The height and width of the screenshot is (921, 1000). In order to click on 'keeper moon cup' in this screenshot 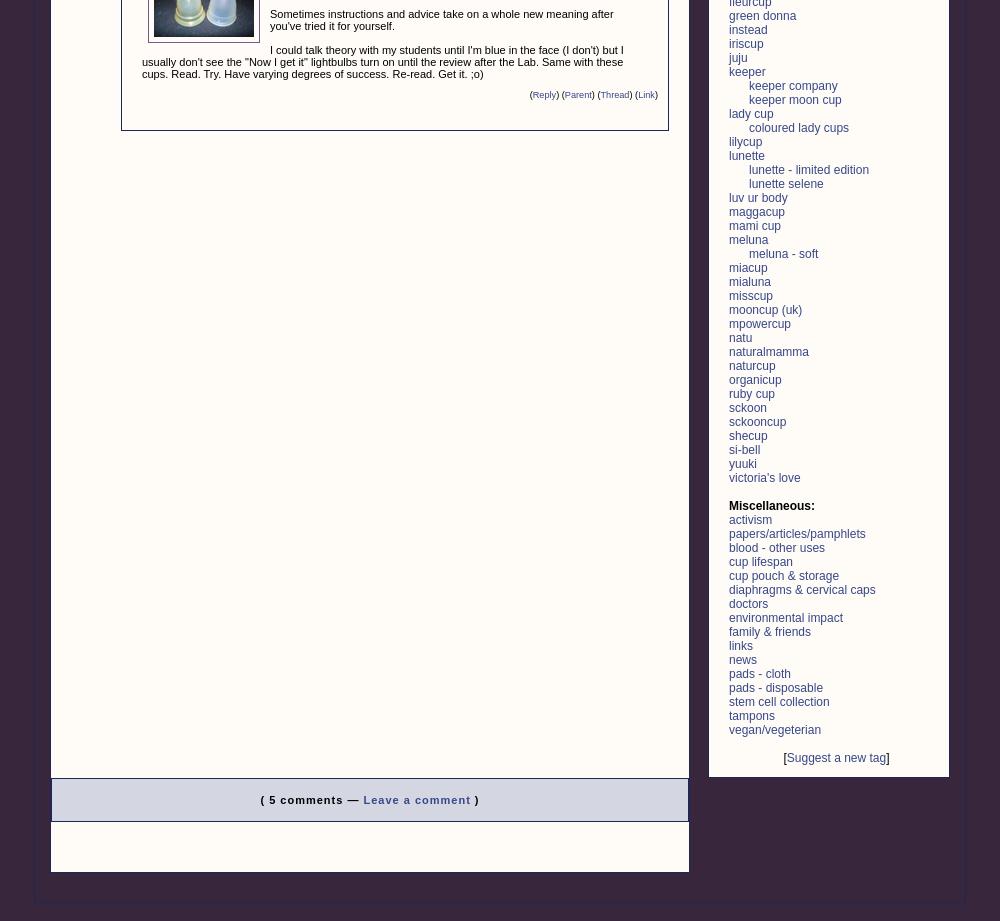, I will do `click(795, 100)`.